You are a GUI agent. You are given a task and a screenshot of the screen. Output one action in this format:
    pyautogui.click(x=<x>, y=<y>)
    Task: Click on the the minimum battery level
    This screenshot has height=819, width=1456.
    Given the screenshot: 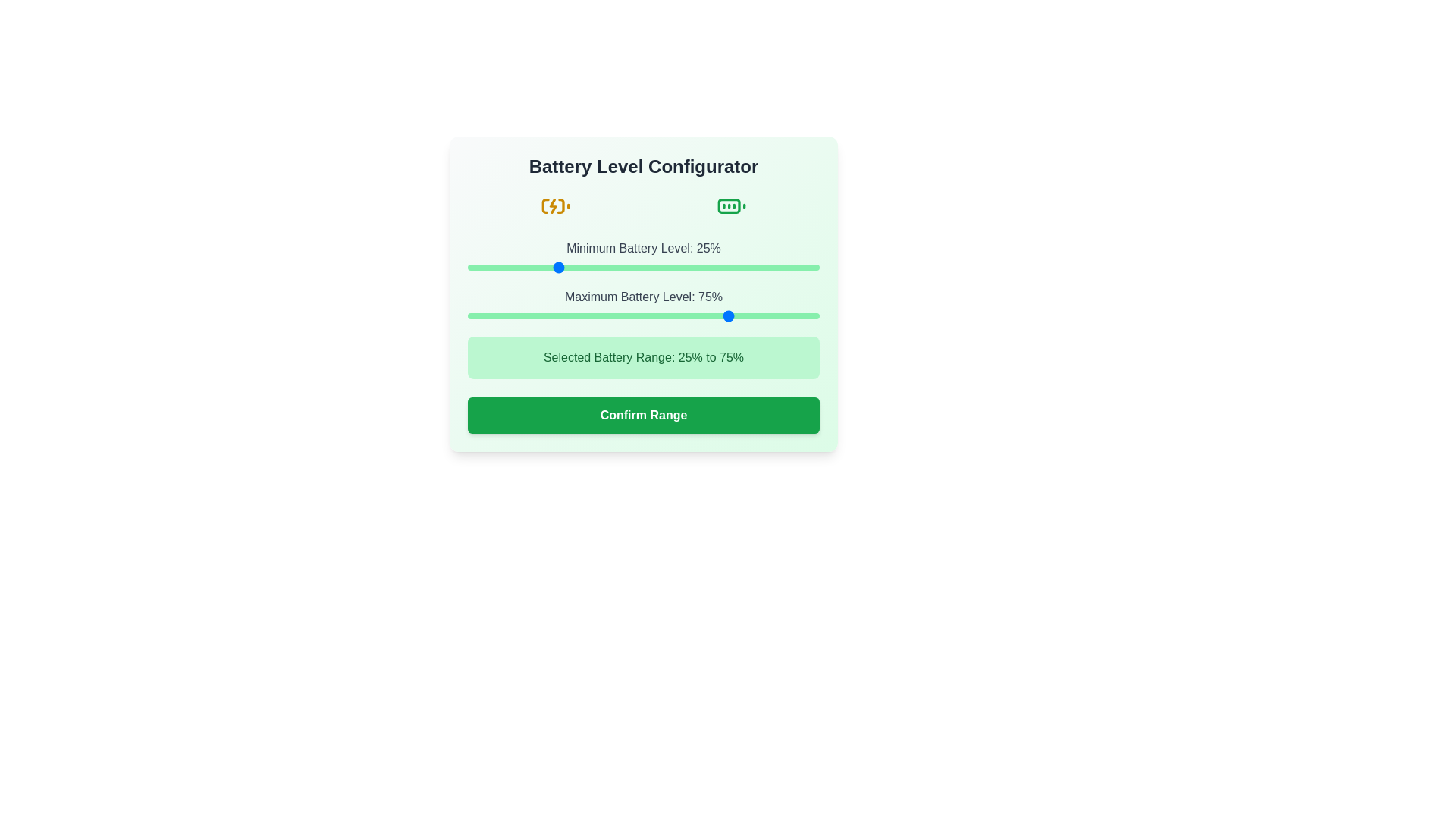 What is the action you would take?
    pyautogui.click(x=615, y=267)
    